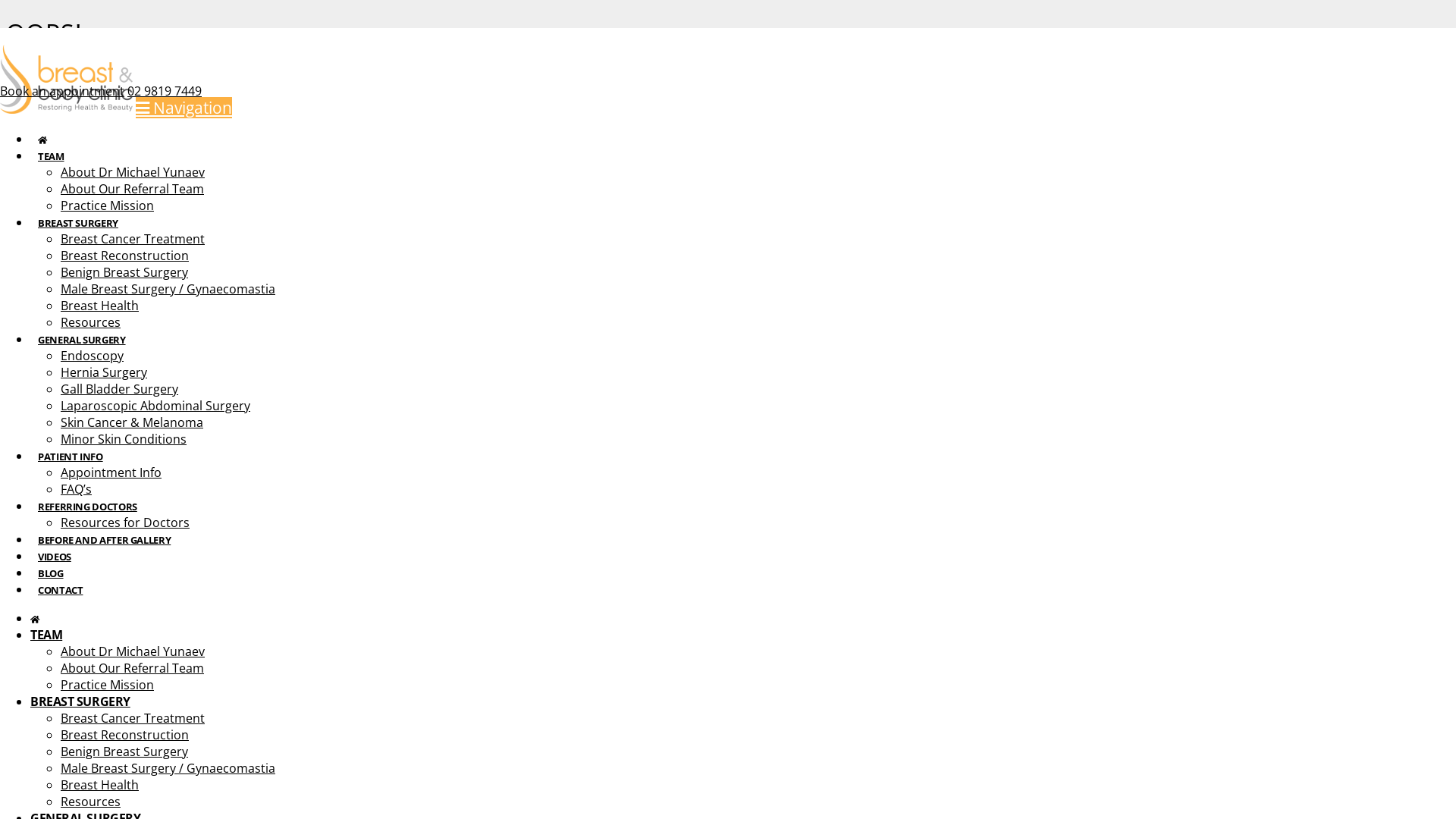 Image resolution: width=1456 pixels, height=819 pixels. What do you see at coordinates (61, 684) in the screenshot?
I see `'Practice Mission'` at bounding box center [61, 684].